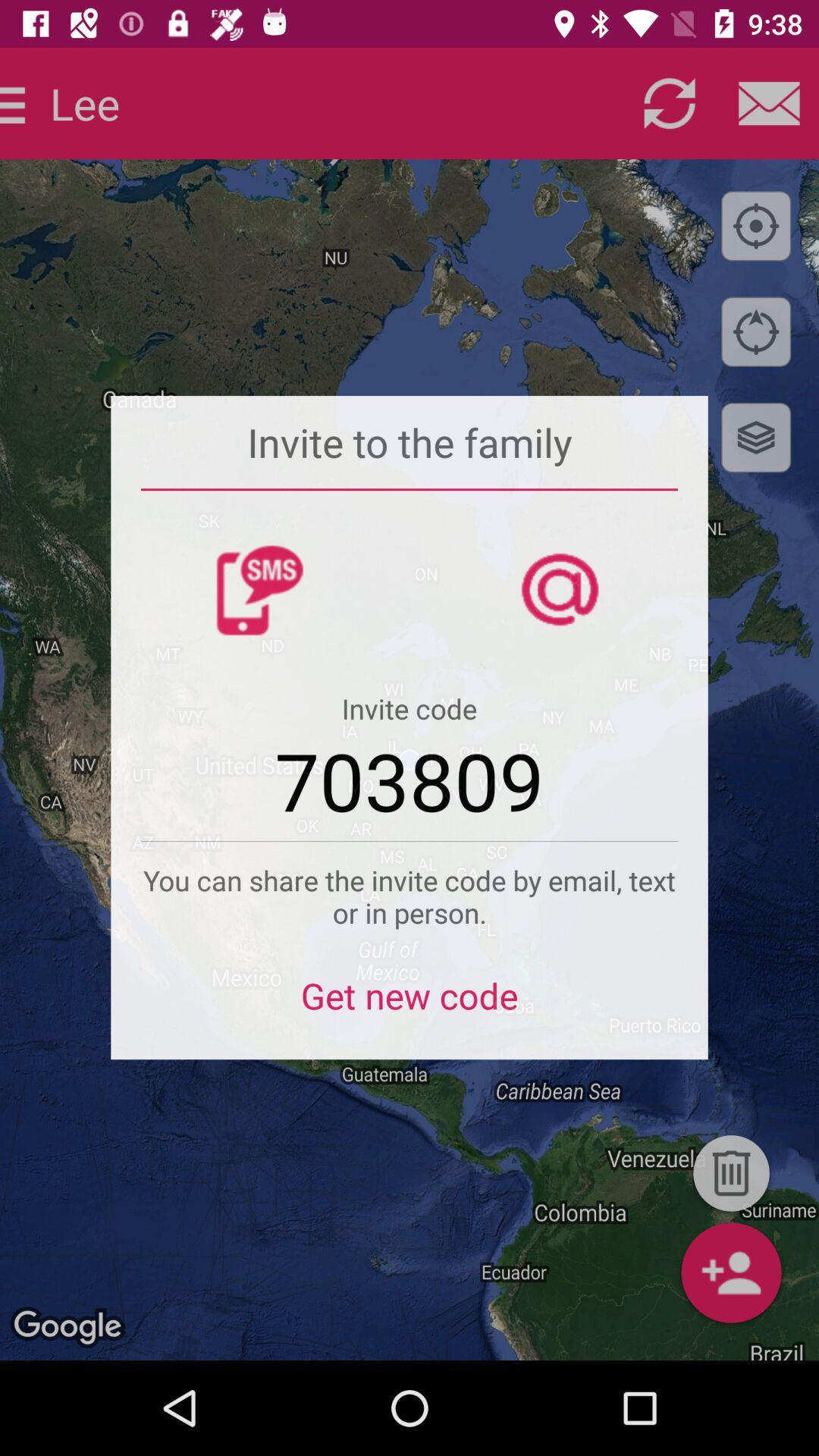 This screenshot has height=1456, width=819. What do you see at coordinates (769, 102) in the screenshot?
I see `mail` at bounding box center [769, 102].